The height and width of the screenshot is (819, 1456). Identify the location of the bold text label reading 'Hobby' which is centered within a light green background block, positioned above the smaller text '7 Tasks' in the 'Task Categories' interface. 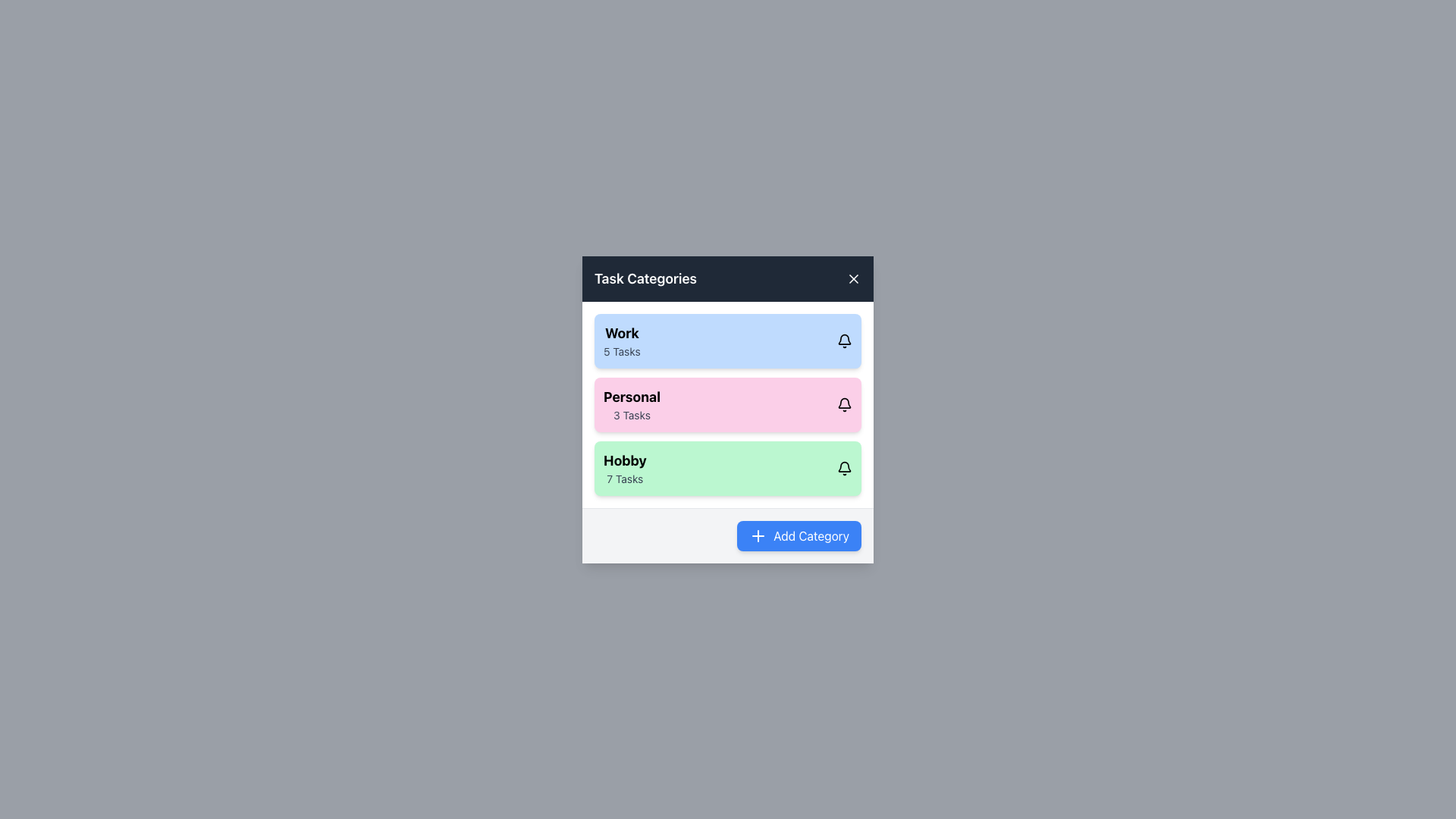
(625, 460).